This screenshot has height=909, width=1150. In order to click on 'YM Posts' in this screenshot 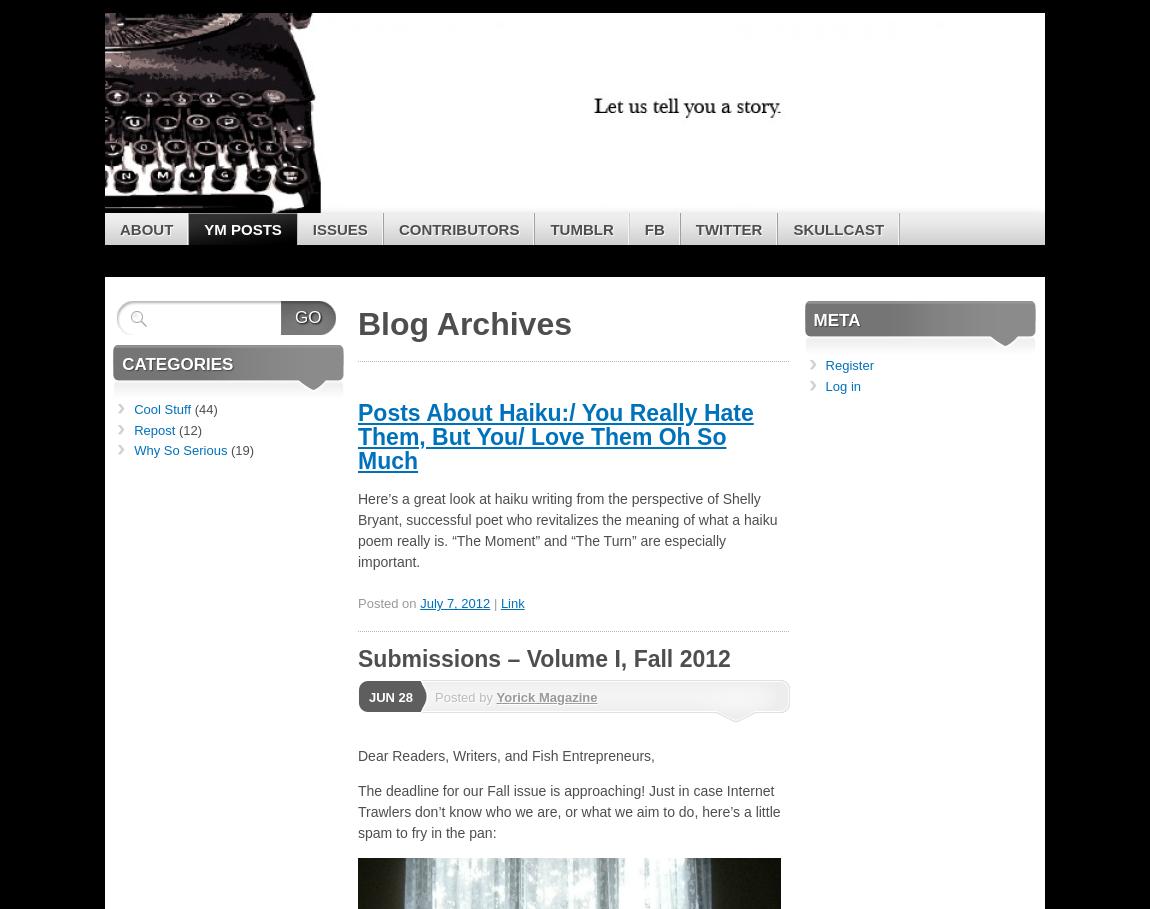, I will do `click(241, 227)`.